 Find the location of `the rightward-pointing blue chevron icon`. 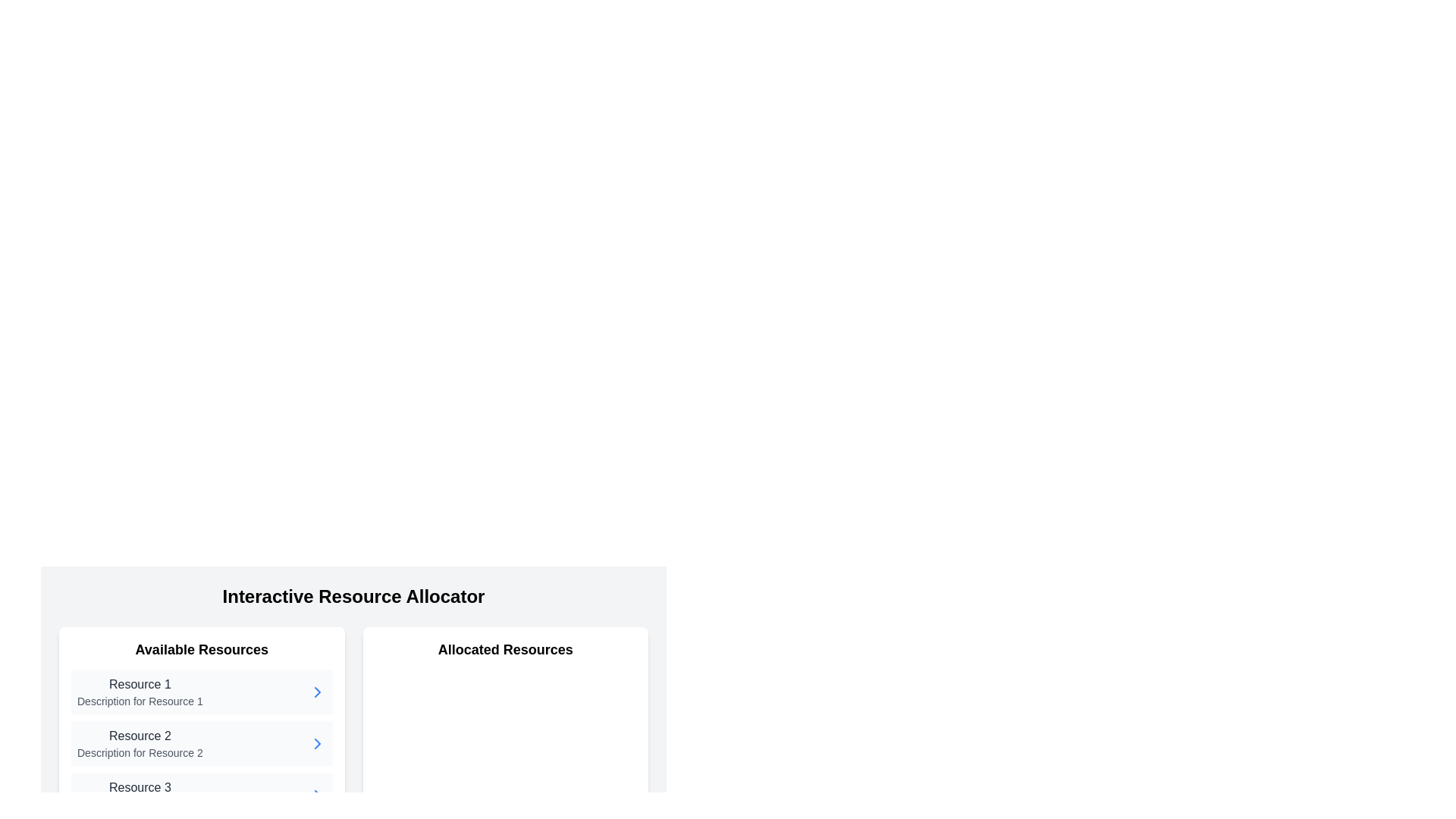

the rightward-pointing blue chevron icon is located at coordinates (316, 742).